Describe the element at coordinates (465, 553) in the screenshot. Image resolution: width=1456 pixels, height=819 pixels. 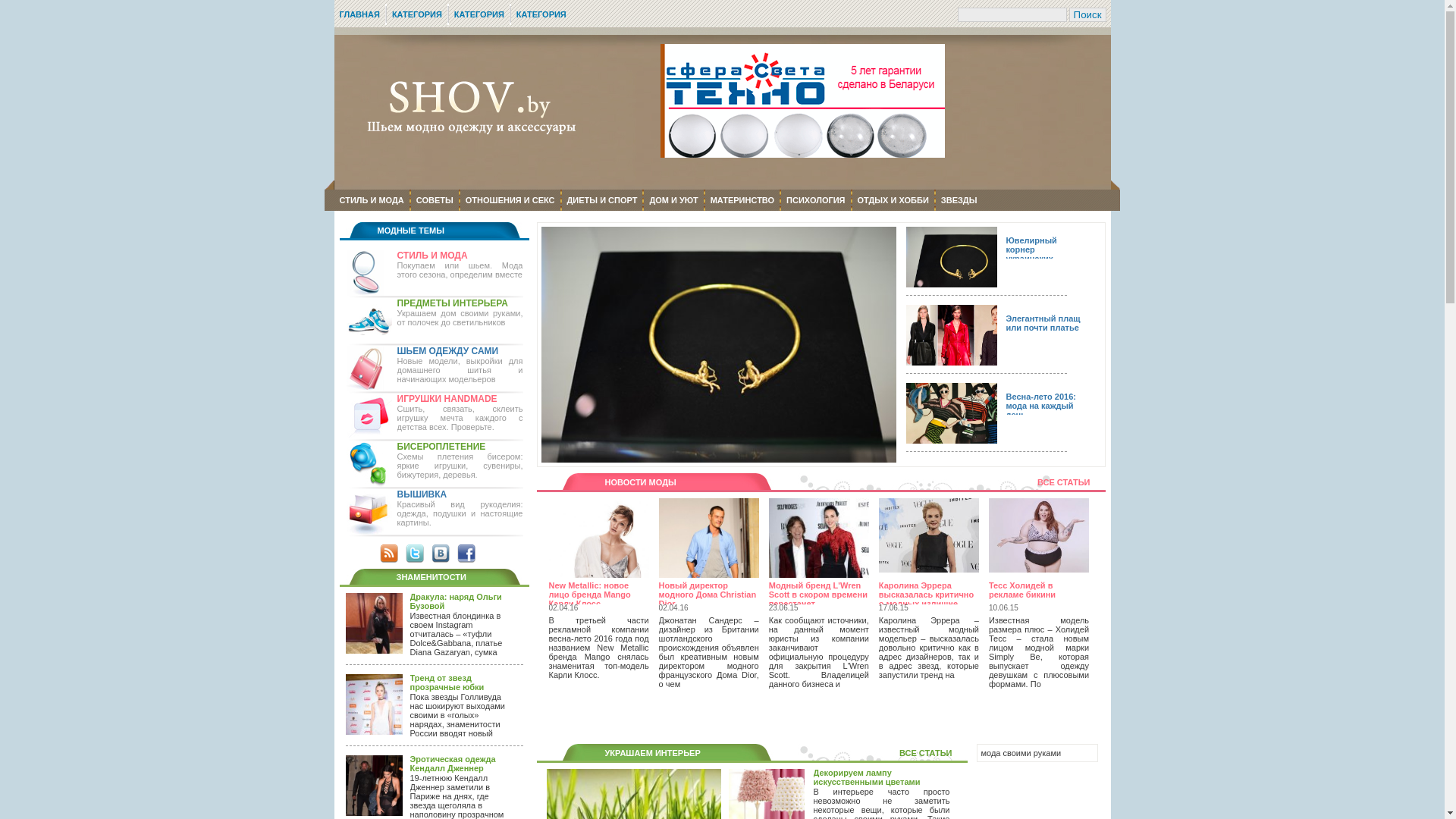
I see `'Facebook'` at that location.